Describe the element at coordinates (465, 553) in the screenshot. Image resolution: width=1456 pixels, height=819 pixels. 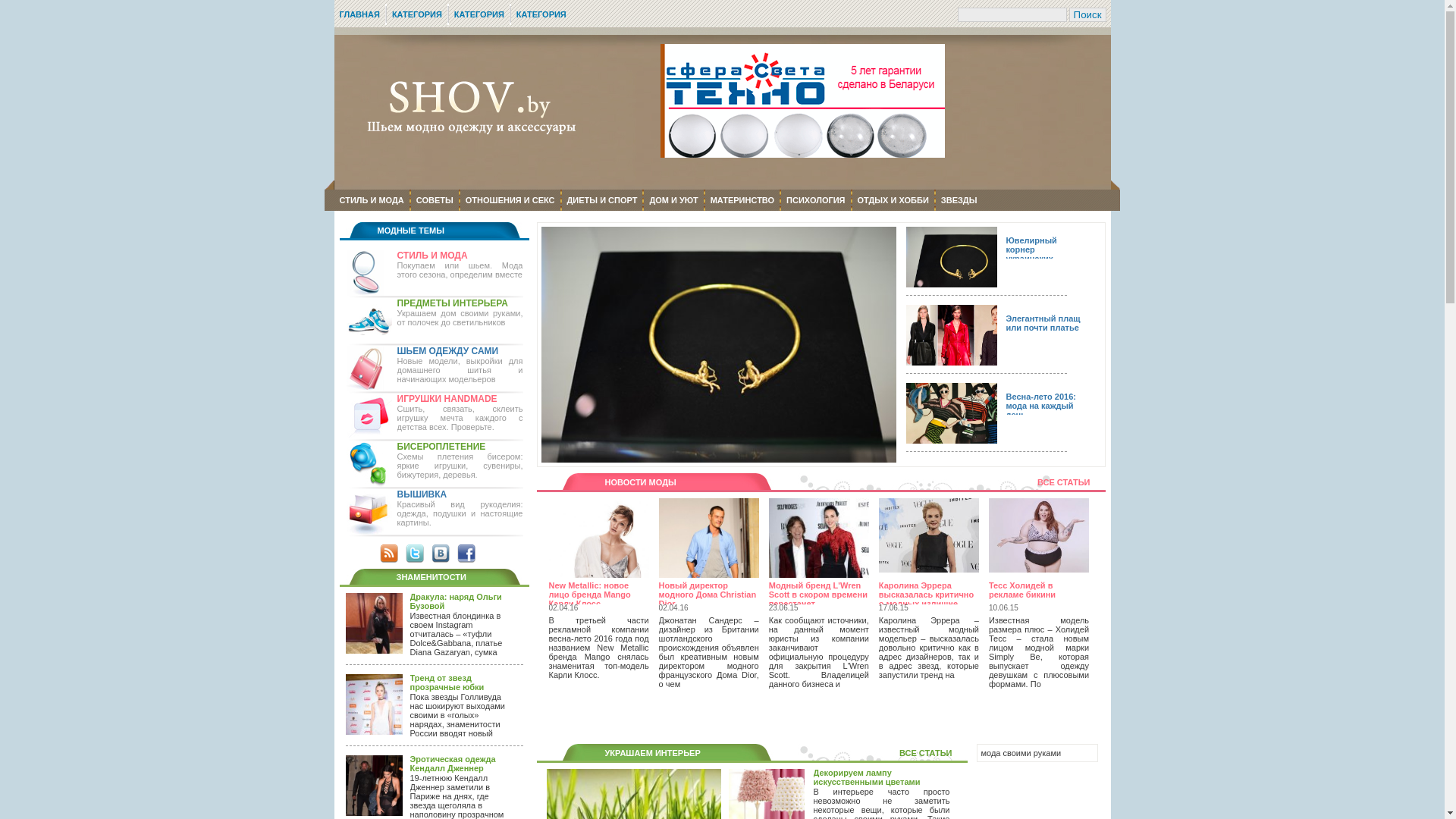
I see `'Facebook'` at that location.